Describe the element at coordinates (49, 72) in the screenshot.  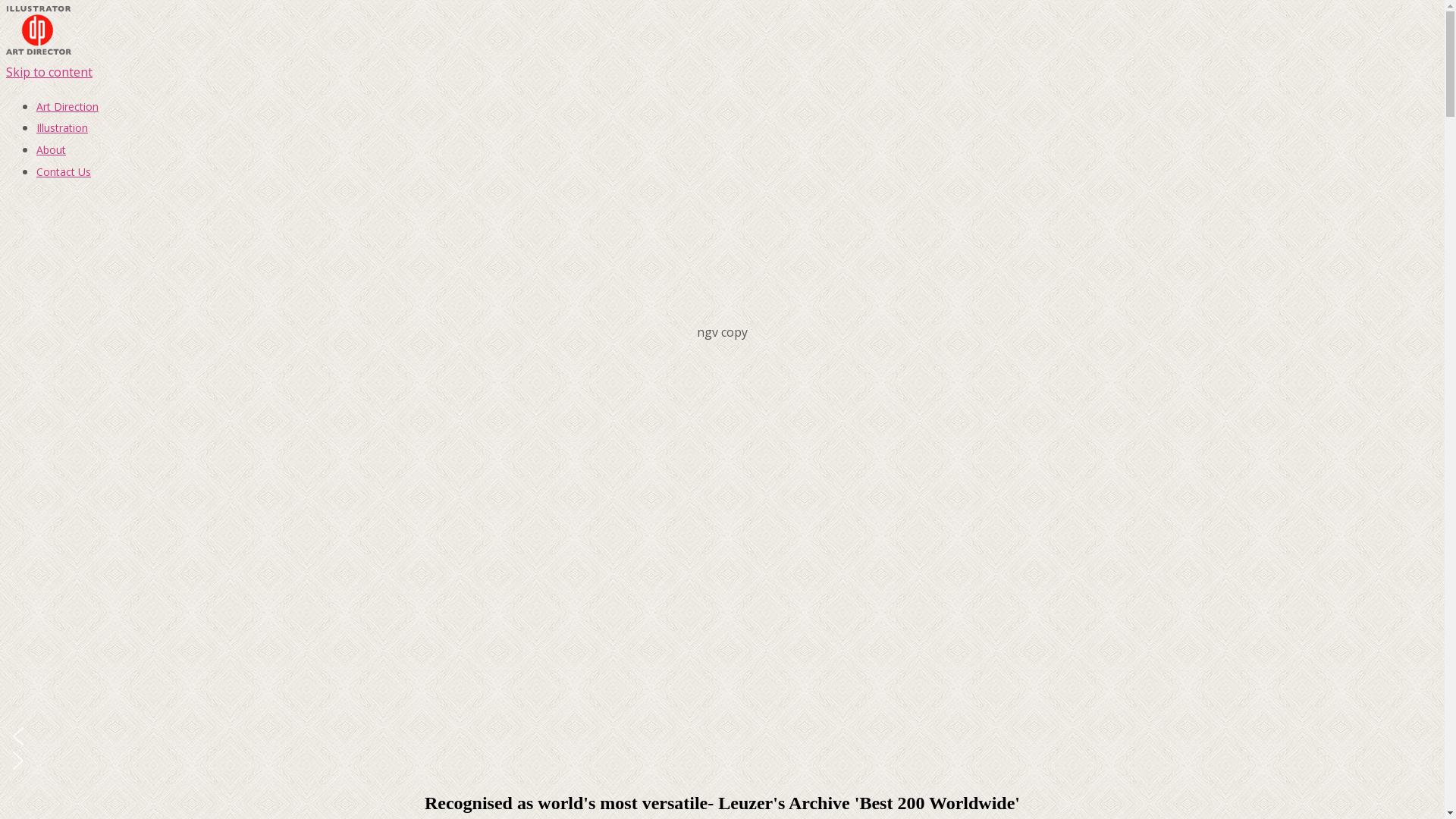
I see `'Skip to content'` at that location.